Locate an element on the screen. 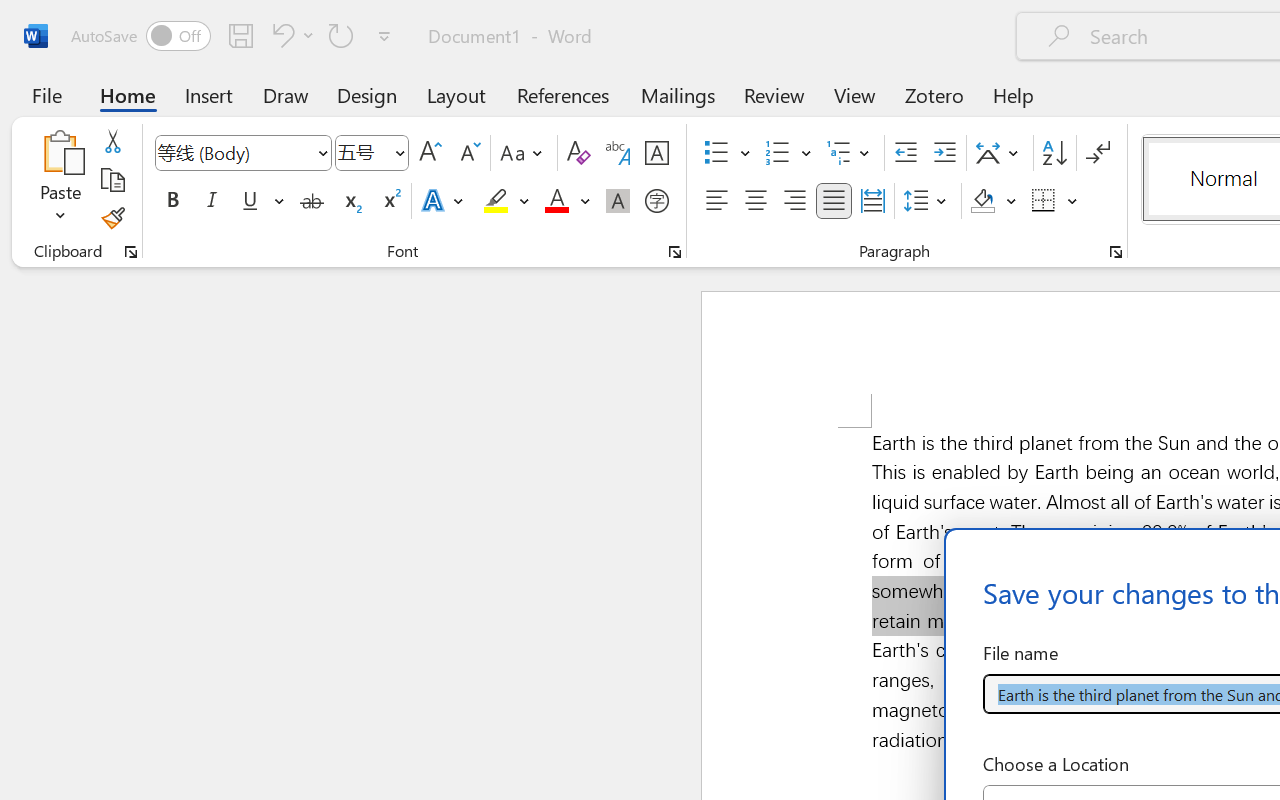 The height and width of the screenshot is (800, 1280). 'Cut' is located at coordinates (111, 141).